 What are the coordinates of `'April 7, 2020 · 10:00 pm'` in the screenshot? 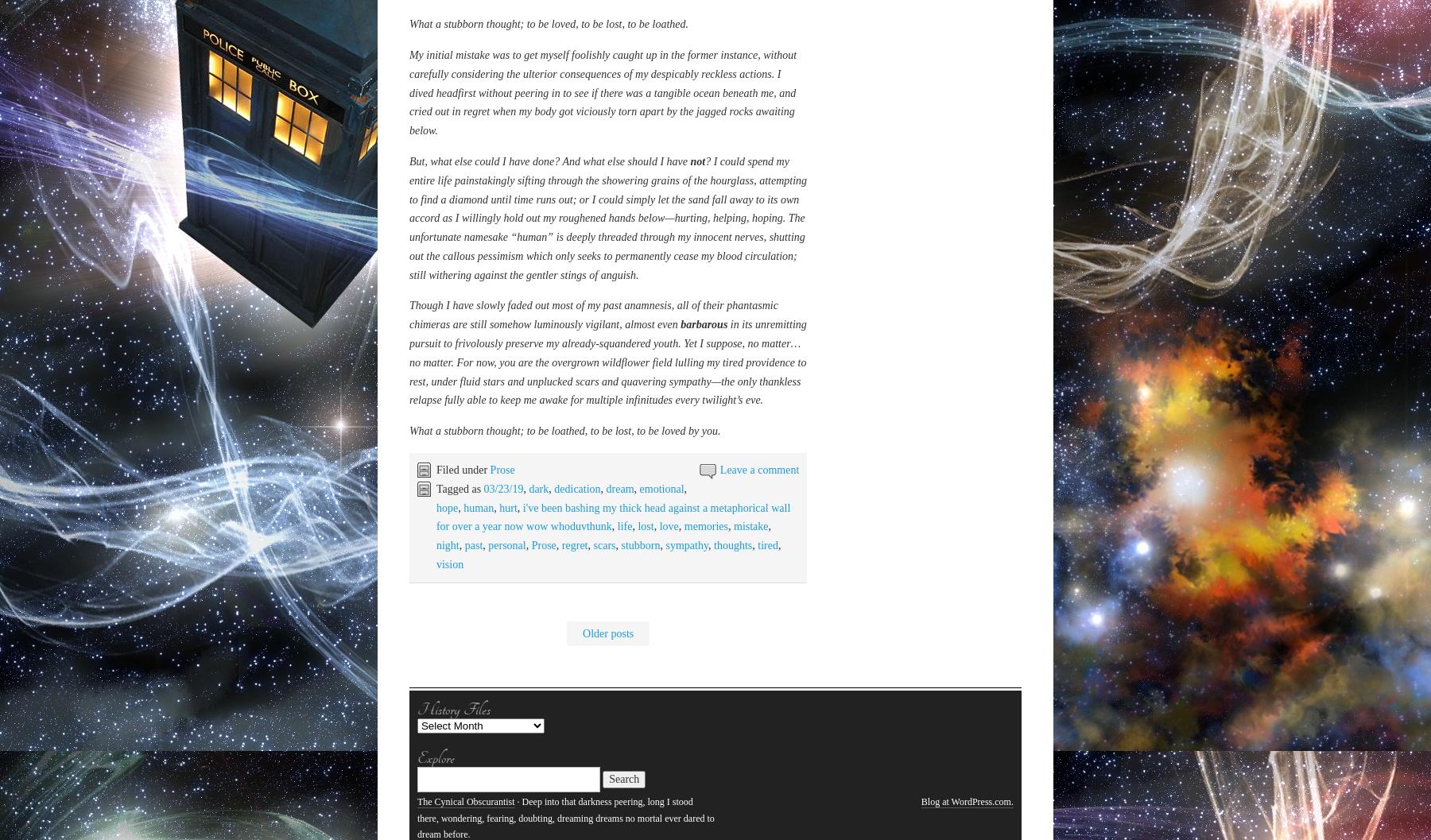 It's located at (460, 458).